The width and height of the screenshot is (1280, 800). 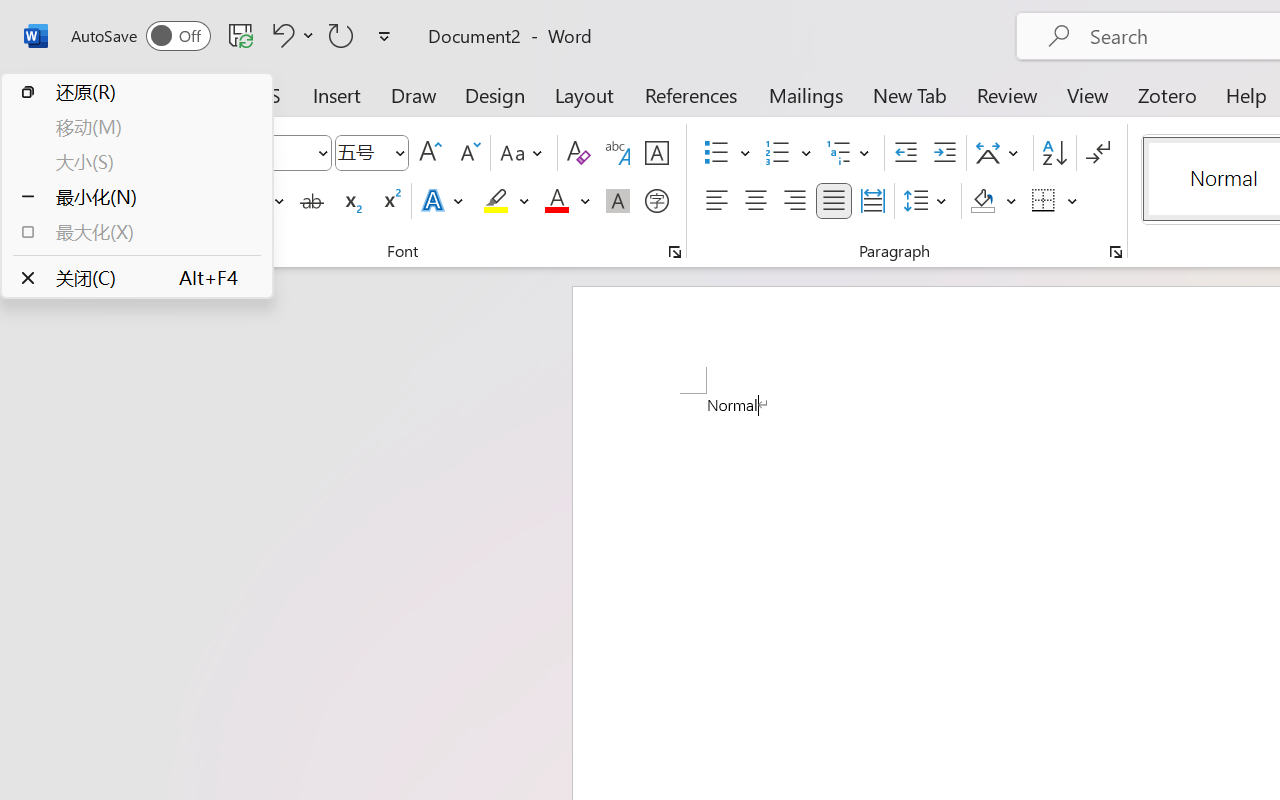 What do you see at coordinates (583, 94) in the screenshot?
I see `'Layout'` at bounding box center [583, 94].